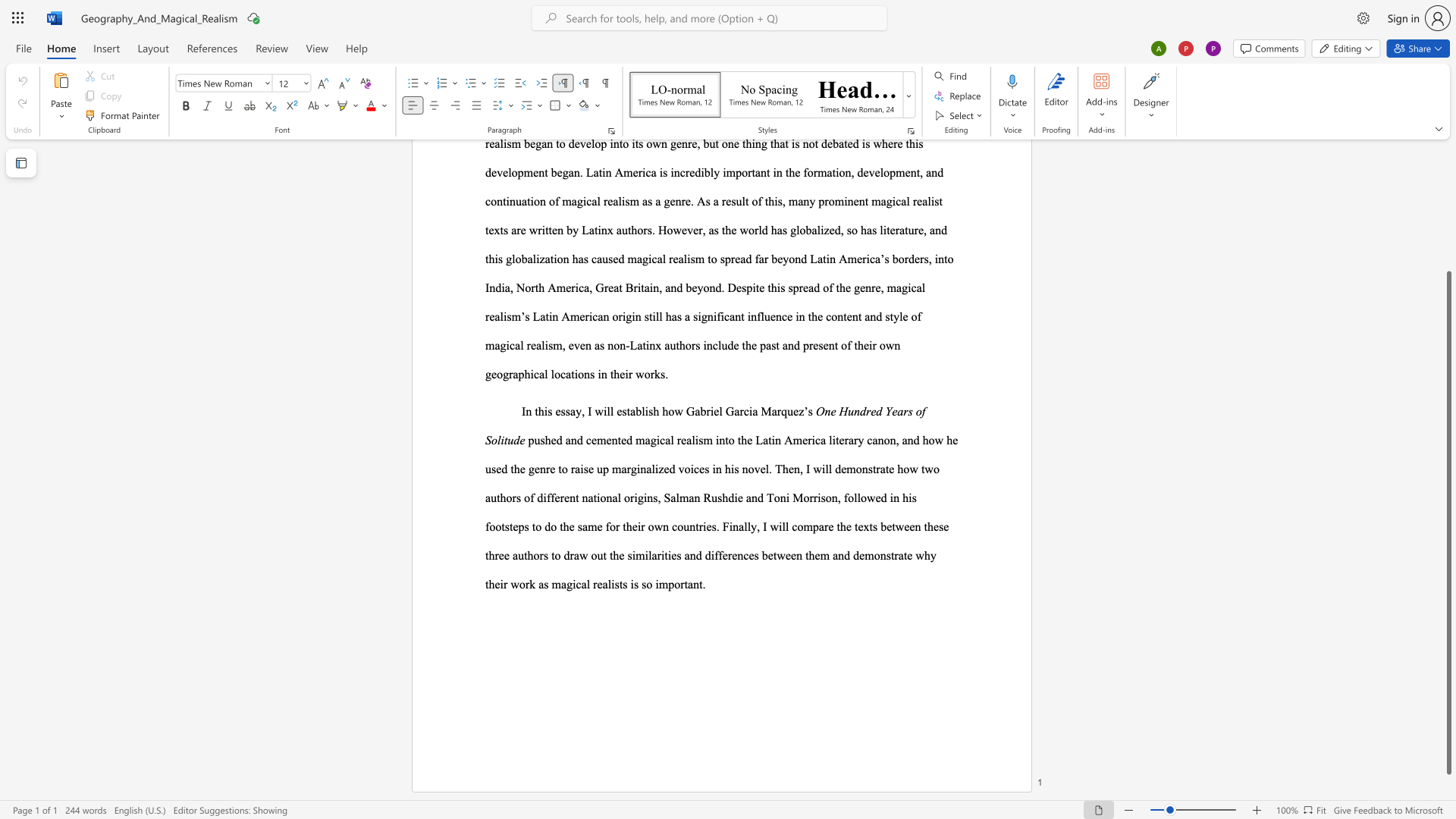  Describe the element at coordinates (1448, 212) in the screenshot. I see `the scrollbar to move the view up` at that location.